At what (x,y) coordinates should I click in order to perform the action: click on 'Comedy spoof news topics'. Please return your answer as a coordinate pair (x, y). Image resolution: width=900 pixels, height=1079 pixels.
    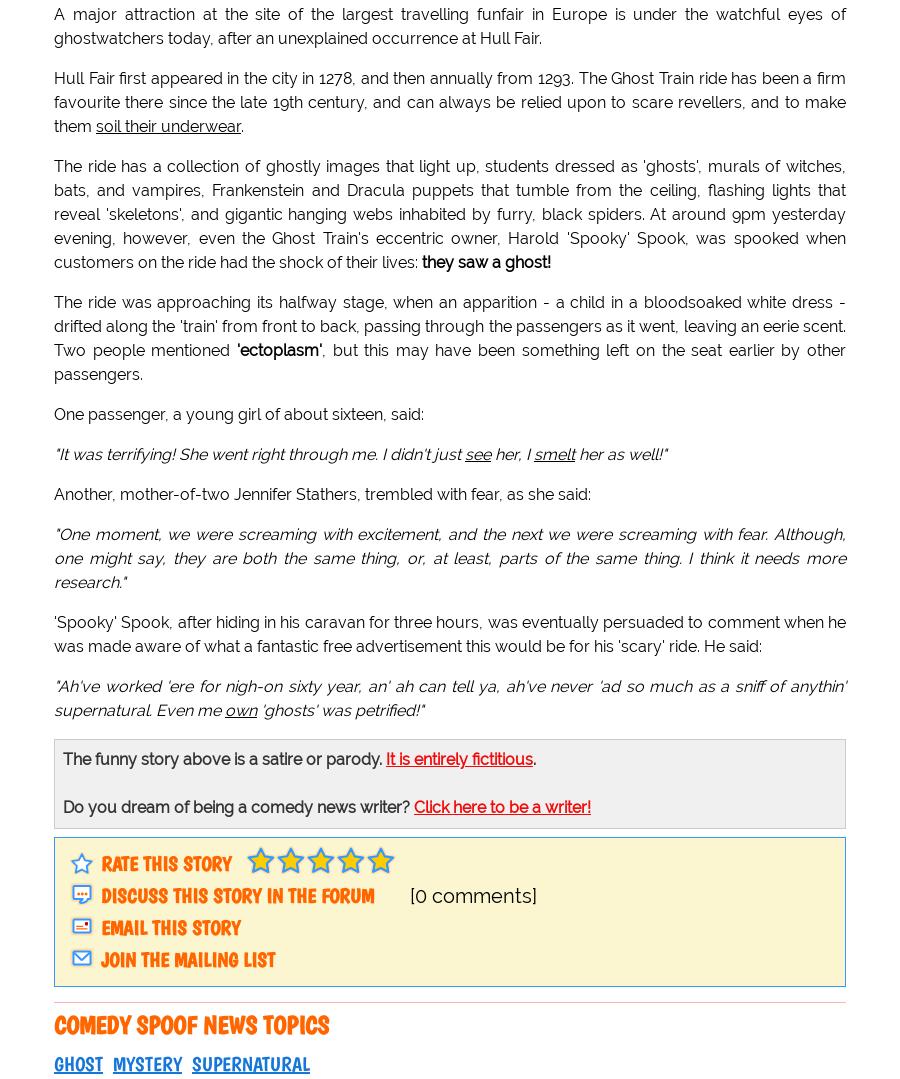
    Looking at the image, I should click on (53, 1025).